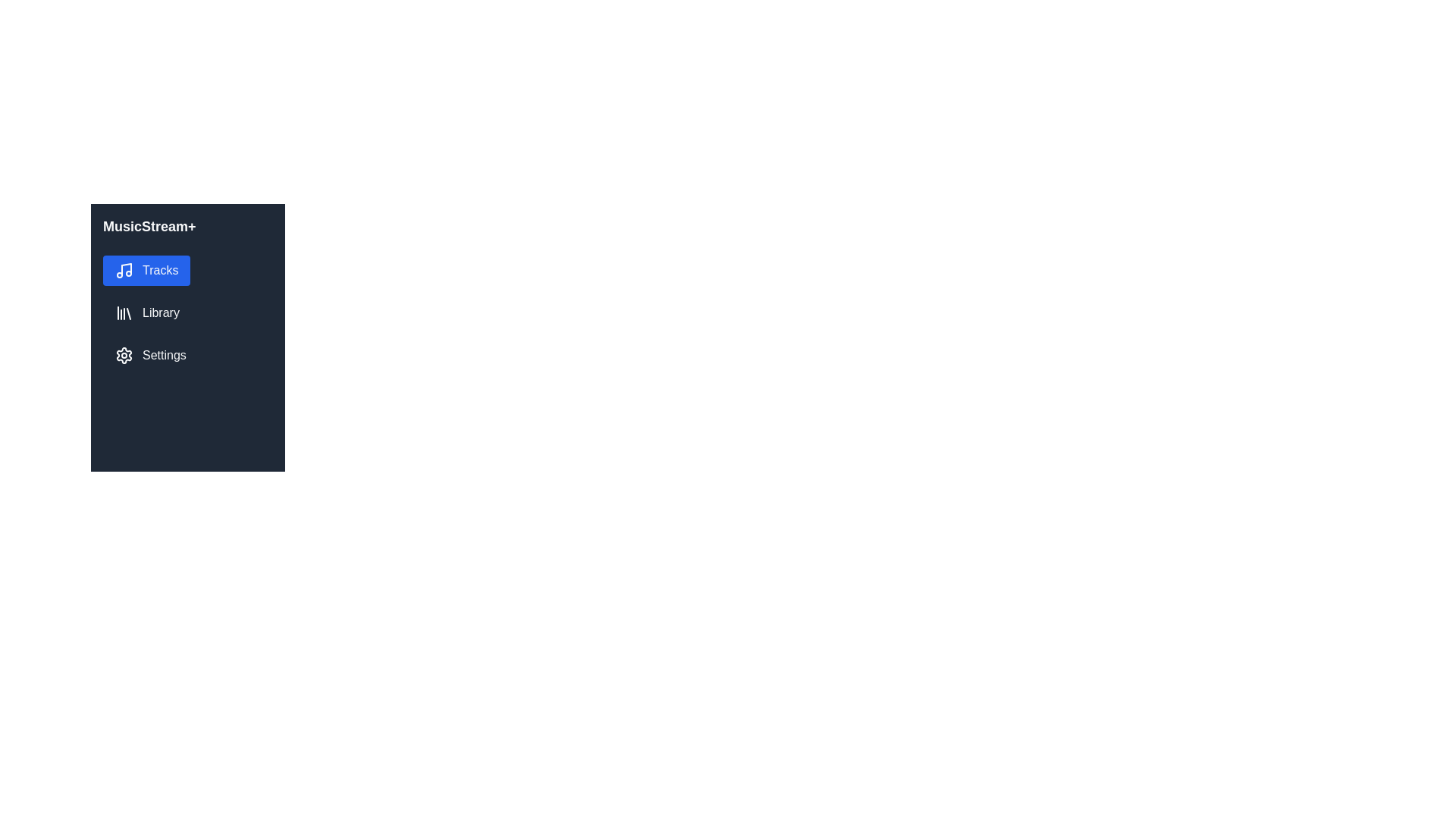 Image resolution: width=1456 pixels, height=819 pixels. Describe the element at coordinates (161, 312) in the screenshot. I see `the 'Library' text label in the sidebar navigation` at that location.